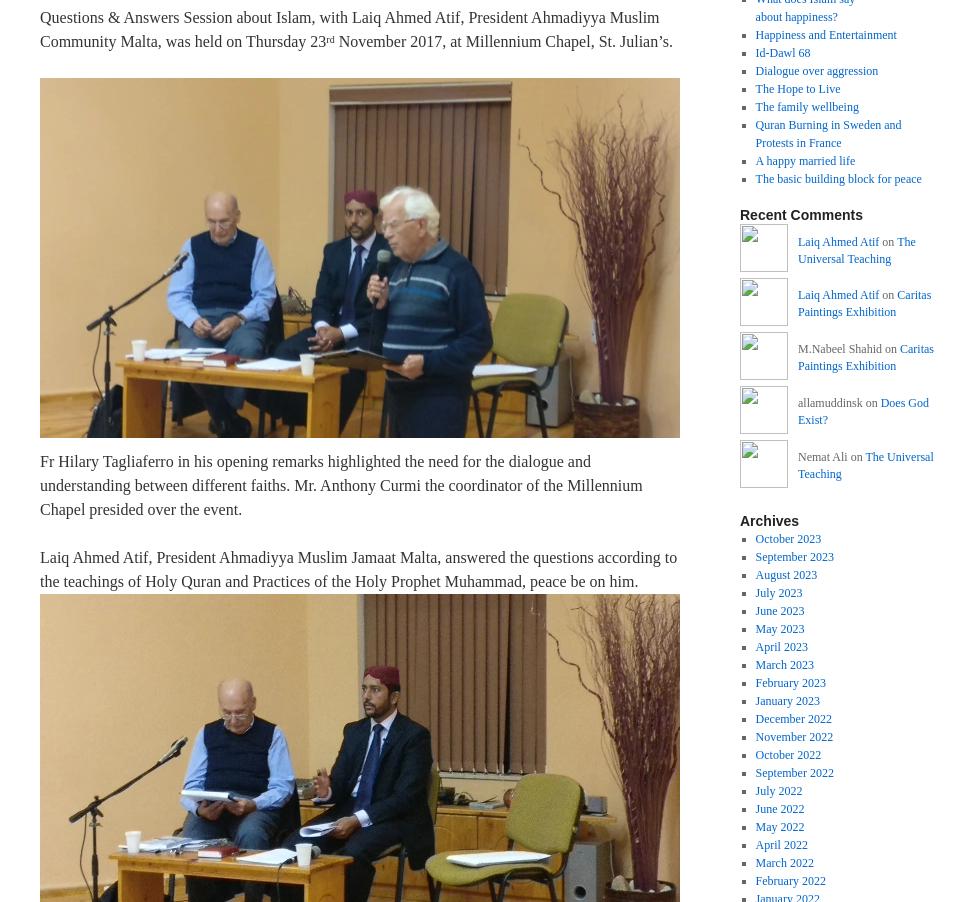  Describe the element at coordinates (754, 160) in the screenshot. I see `'A happy married life'` at that location.